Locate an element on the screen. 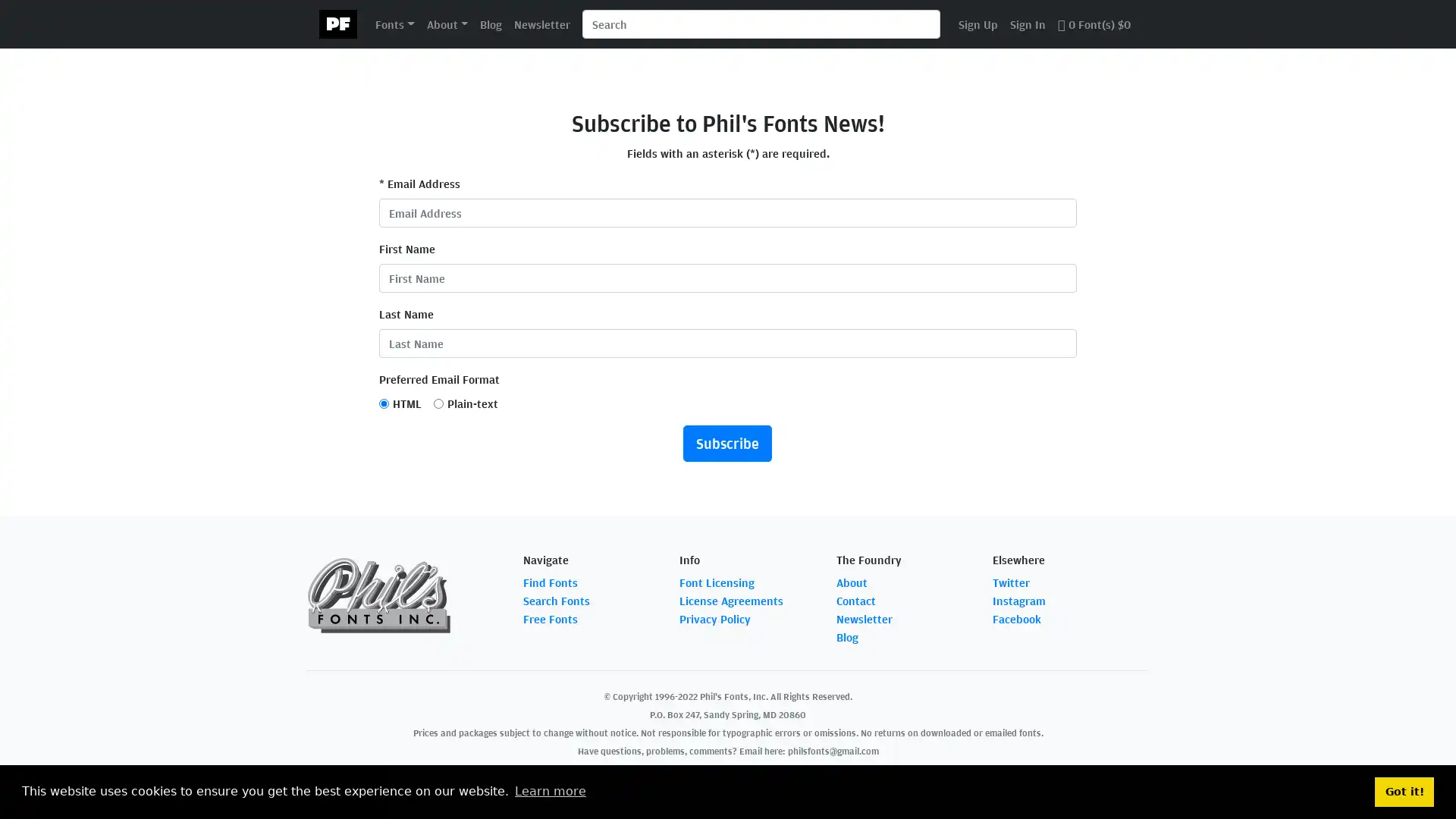 Image resolution: width=1456 pixels, height=819 pixels. Subscribe is located at coordinates (726, 442).